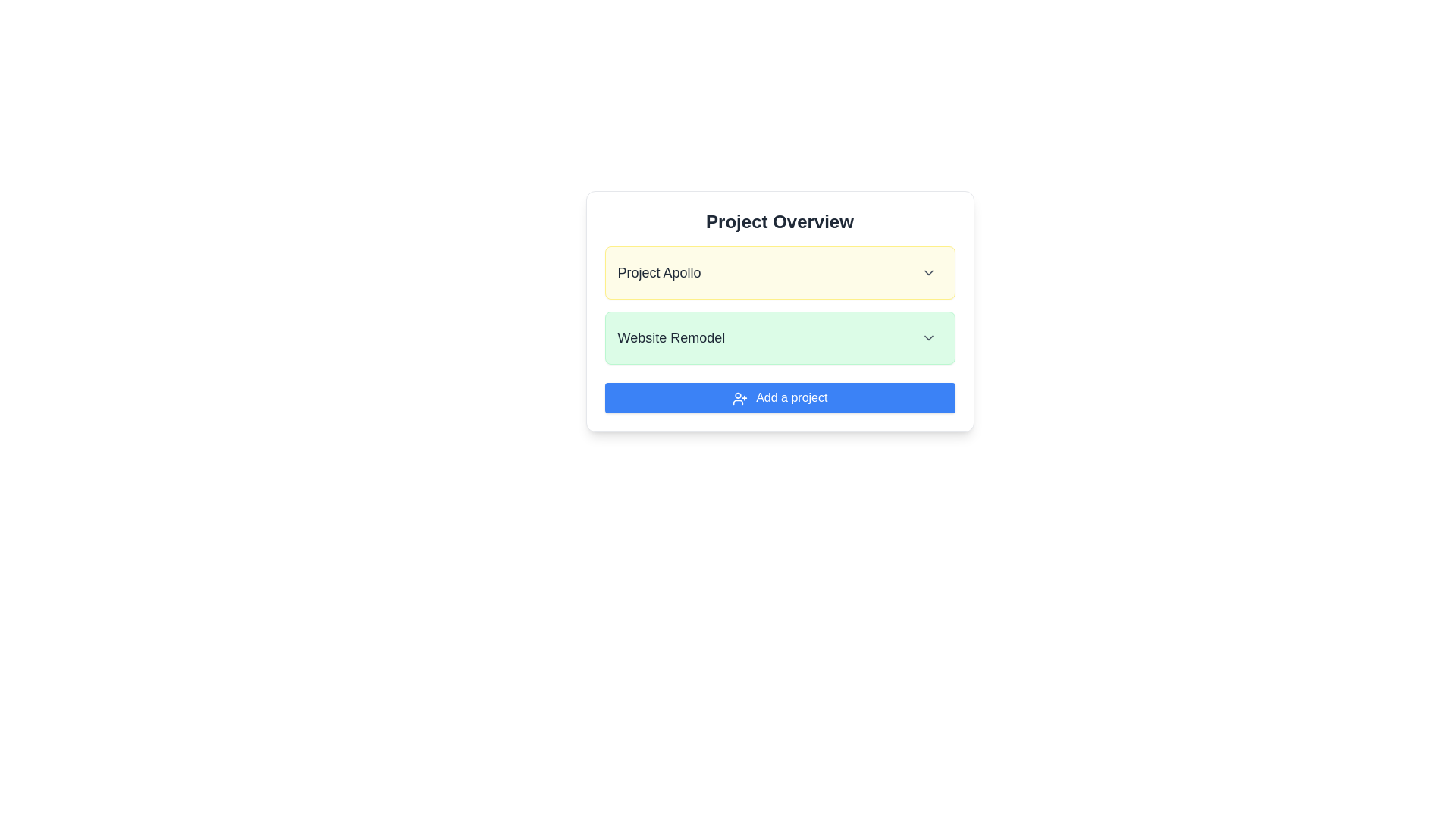 The width and height of the screenshot is (1456, 819). I want to click on the small triangular icon pointing downwards, which is located on the right side of the yellow-highlighted header labeled 'Project Apollo', so click(927, 271).